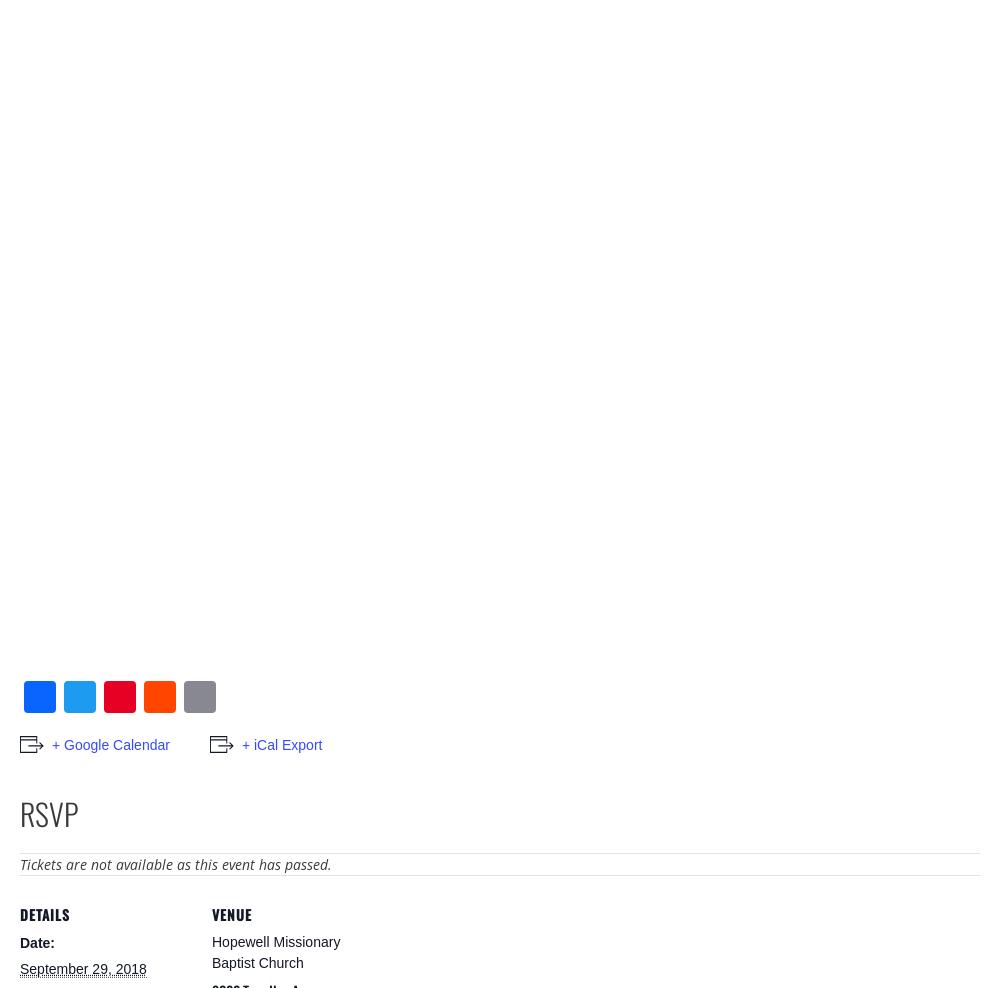 The width and height of the screenshot is (1000, 988). Describe the element at coordinates (276, 952) in the screenshot. I see `'Hopewell Missionary Baptist Church'` at that location.